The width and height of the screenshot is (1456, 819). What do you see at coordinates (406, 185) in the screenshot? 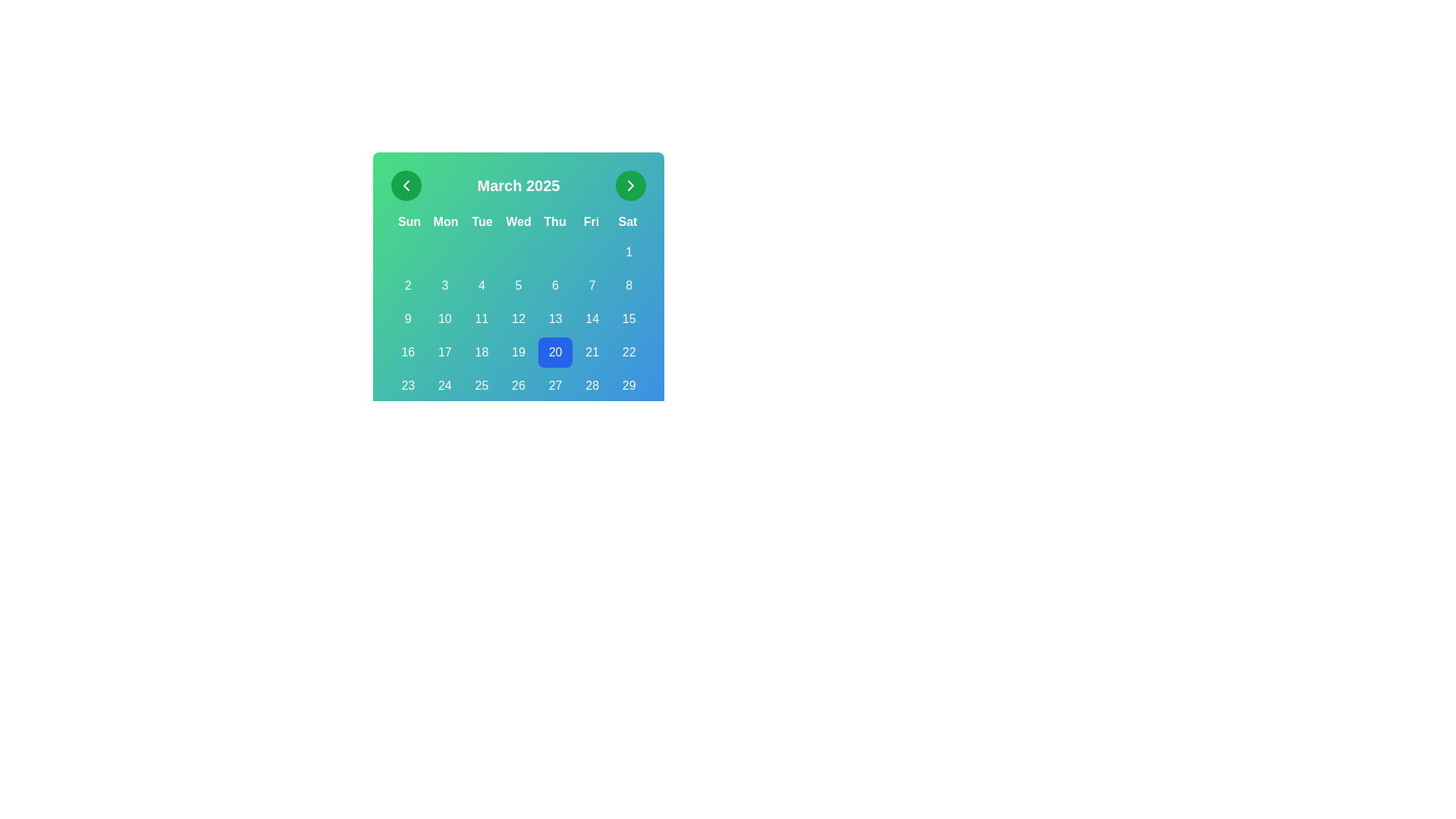
I see `the left-pointing arrow icon within the green circular button located to the left of the 'March 2025' text in the calendar header bar` at bounding box center [406, 185].